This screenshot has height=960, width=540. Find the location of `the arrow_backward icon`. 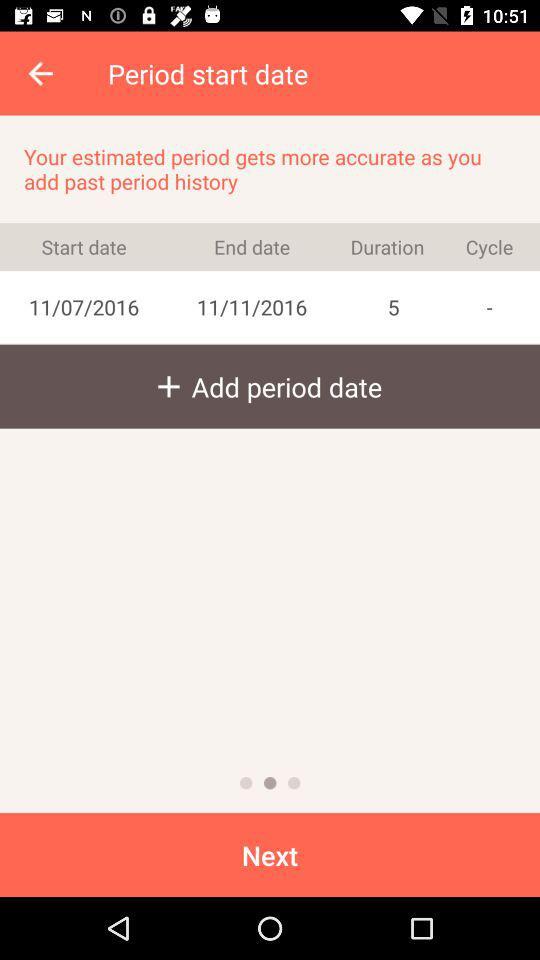

the arrow_backward icon is located at coordinates (42, 73).